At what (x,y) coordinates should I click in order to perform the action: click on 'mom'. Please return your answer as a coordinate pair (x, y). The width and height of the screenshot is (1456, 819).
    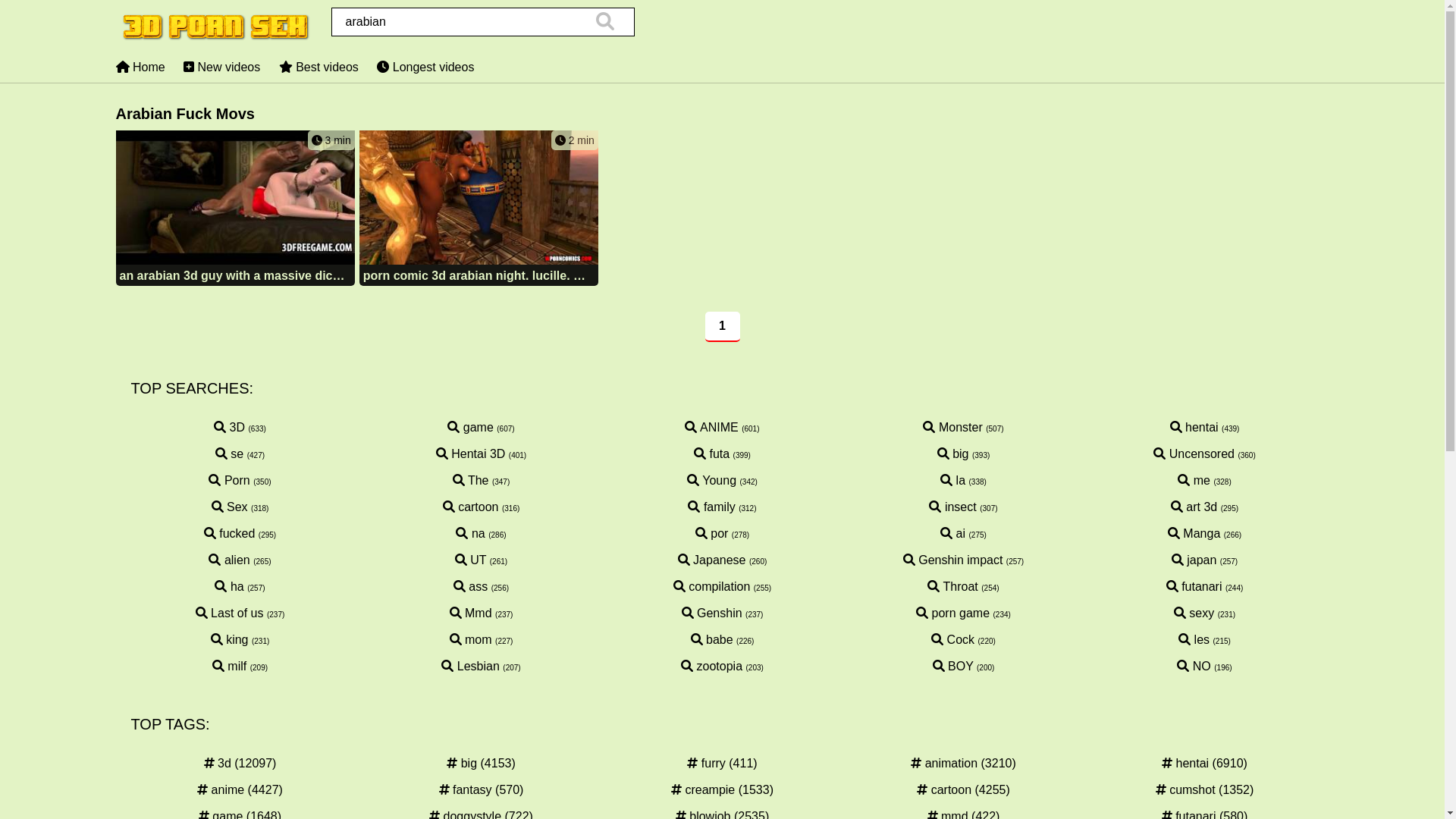
    Looking at the image, I should click on (469, 639).